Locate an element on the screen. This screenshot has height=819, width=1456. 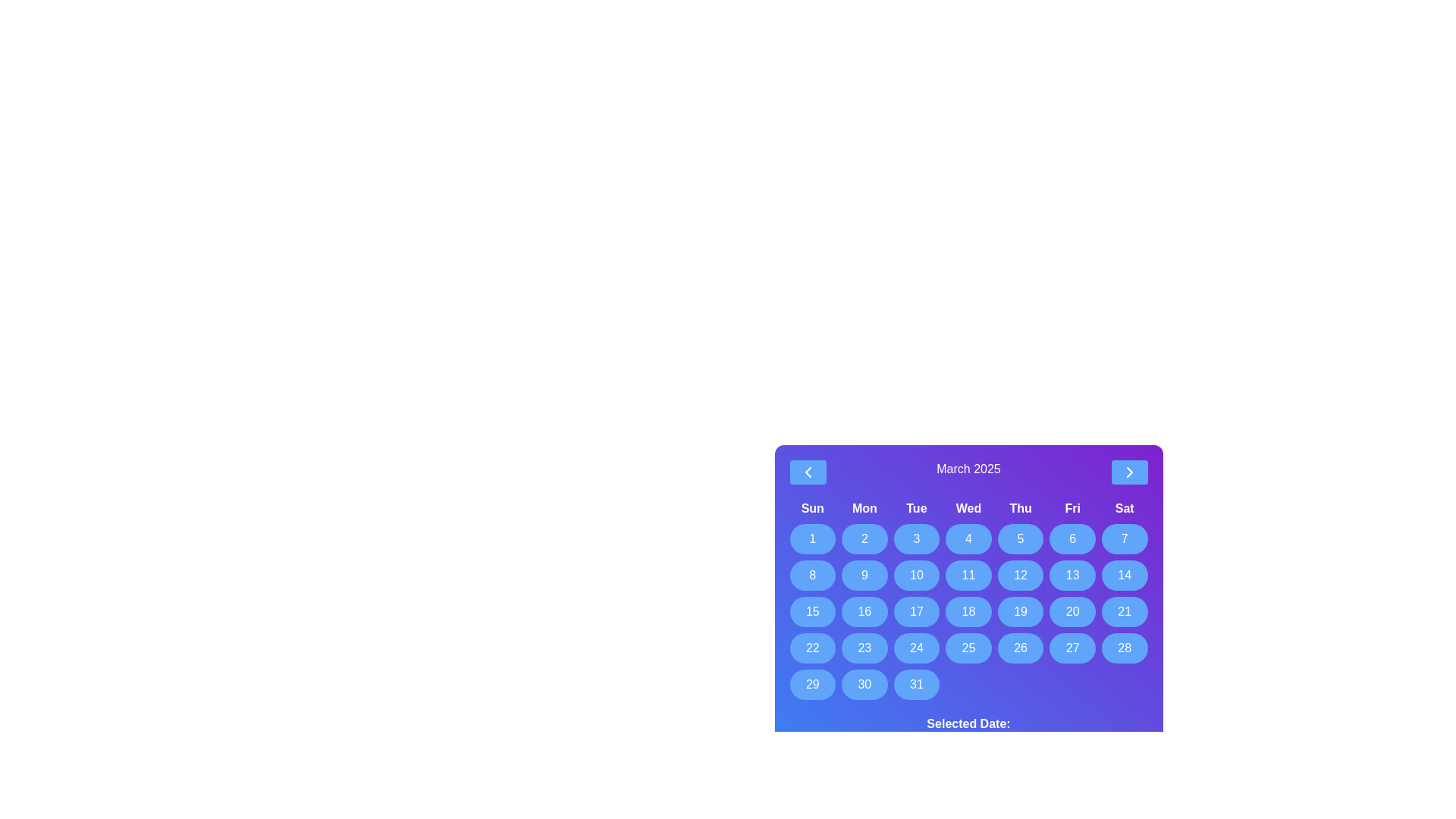
the highlighted date (18th) in the calendar for March 2025, which is displayed with a gradient blue-to-purple background is located at coordinates (968, 604).